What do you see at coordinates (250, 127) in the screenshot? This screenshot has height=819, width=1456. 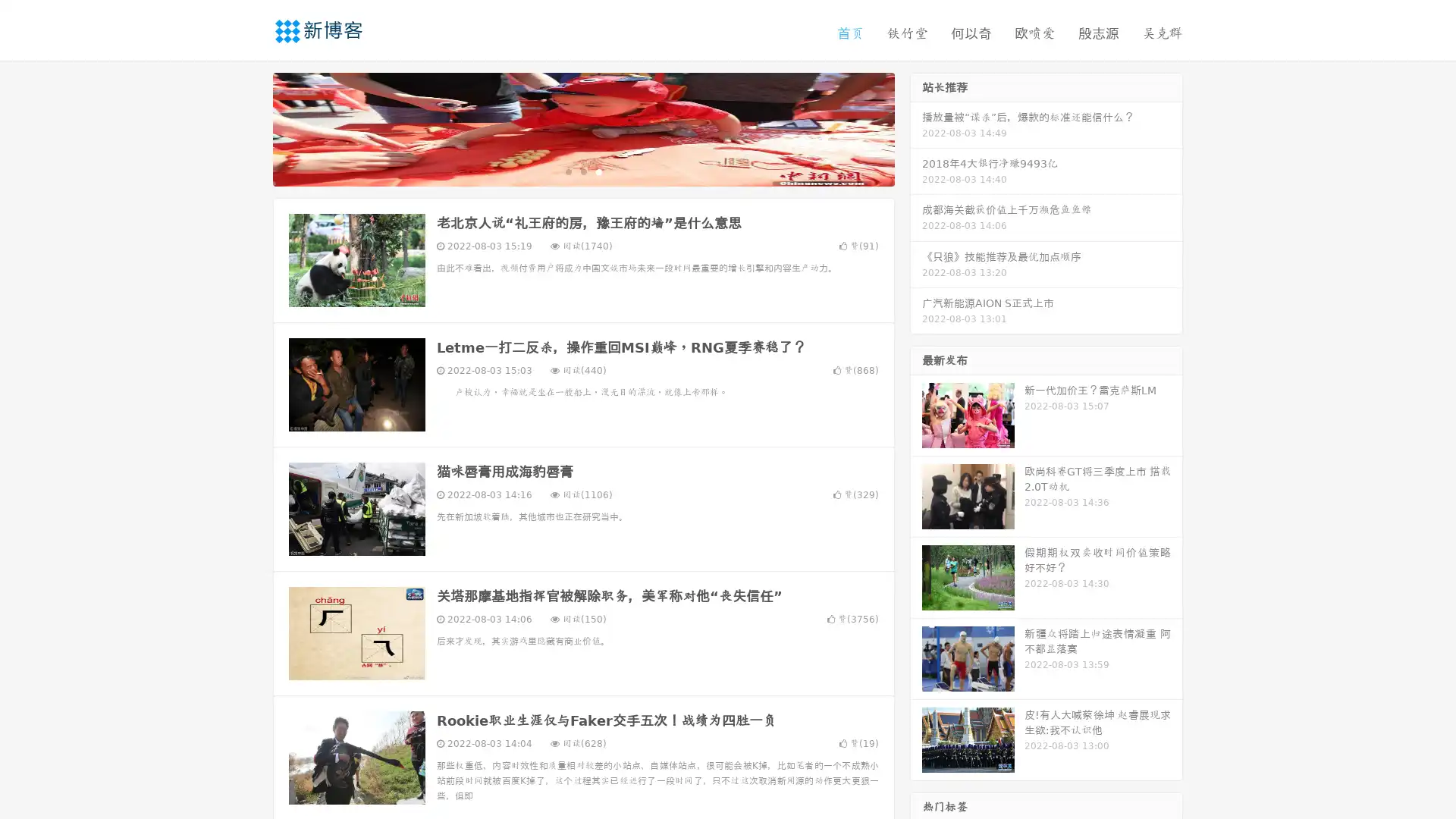 I see `Previous slide` at bounding box center [250, 127].